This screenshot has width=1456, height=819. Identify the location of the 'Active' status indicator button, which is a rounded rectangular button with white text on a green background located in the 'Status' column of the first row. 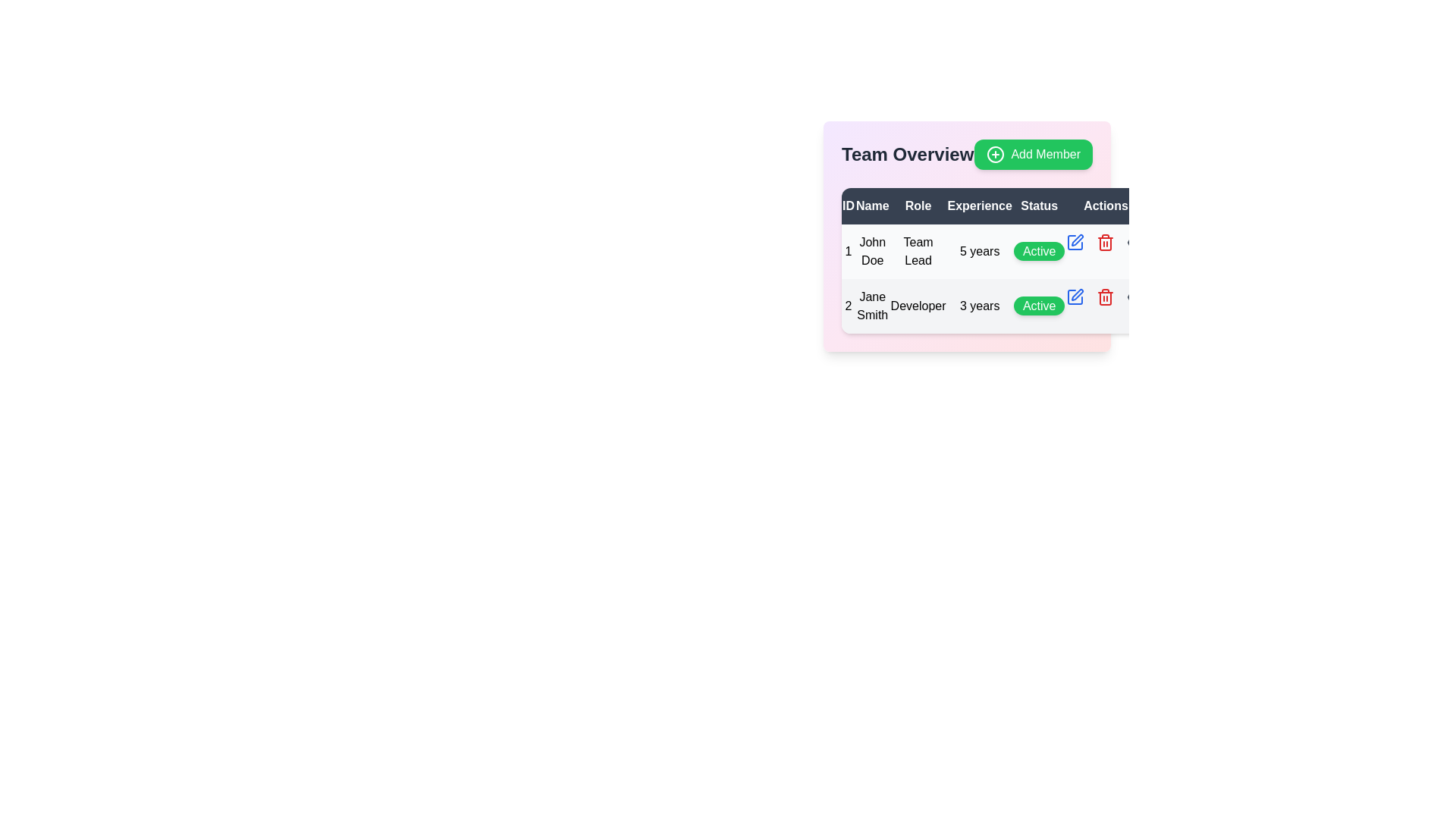
(1038, 250).